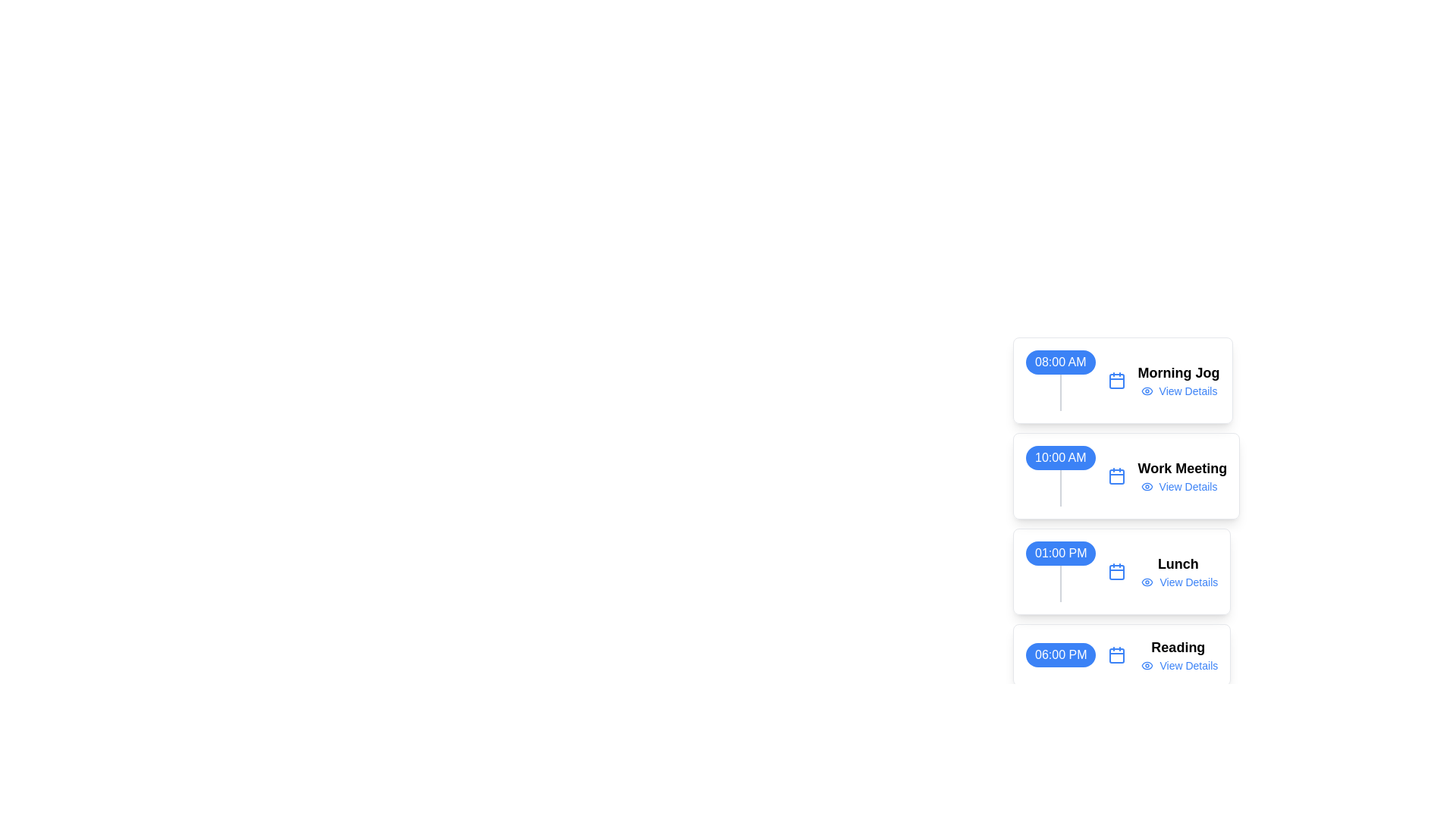 Image resolution: width=1456 pixels, height=819 pixels. Describe the element at coordinates (1207, 491) in the screenshot. I see `the second hyperlink labeled 'View Details' within the 'Work Meeting' segment` at that location.